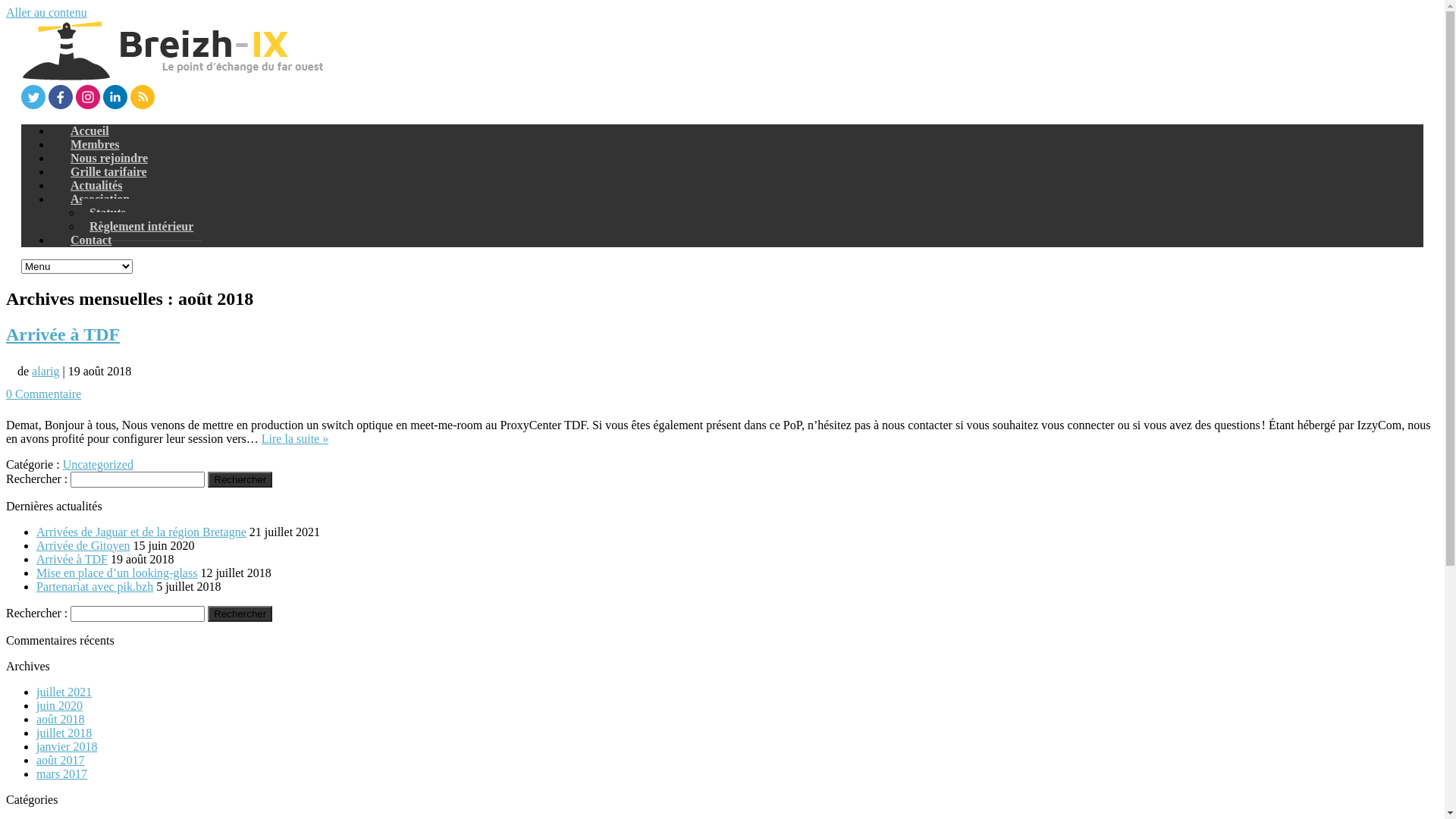  Describe the element at coordinates (108, 158) in the screenshot. I see `'Nous rejoindre'` at that location.